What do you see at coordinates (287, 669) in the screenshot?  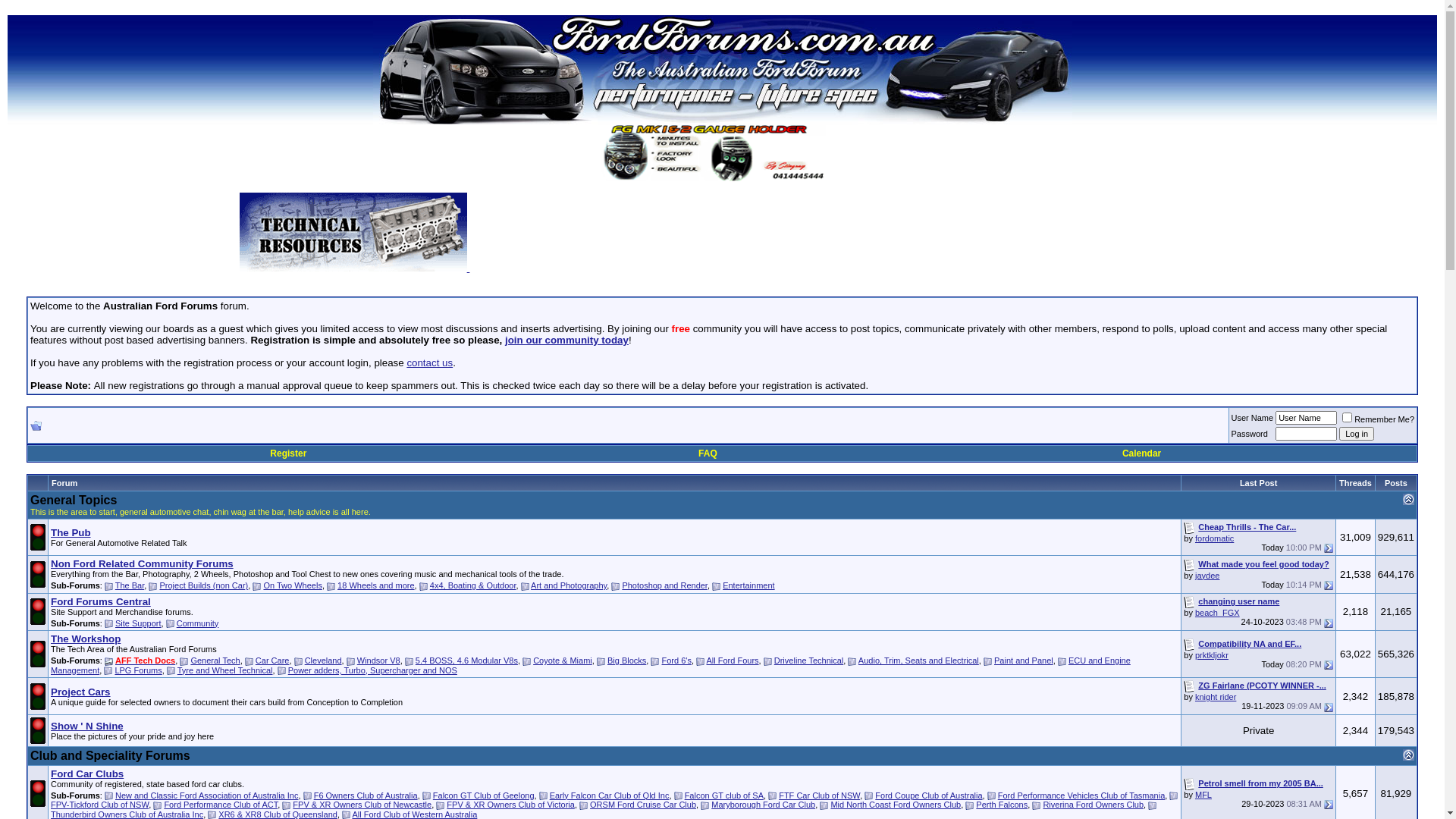 I see `'Power adders, Turbo, Supercharger and NOS'` at bounding box center [287, 669].